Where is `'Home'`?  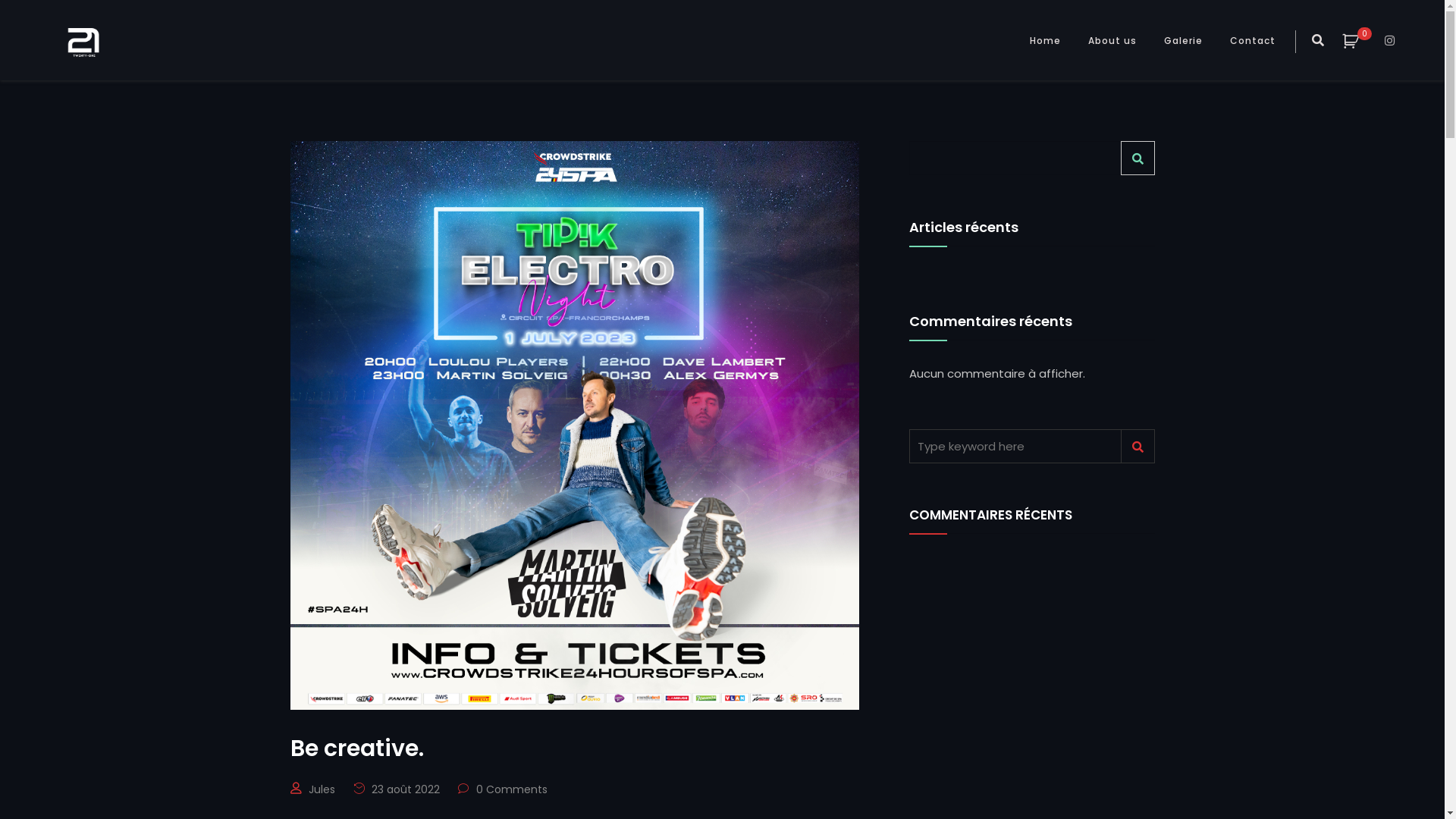
'Home' is located at coordinates (1044, 39).